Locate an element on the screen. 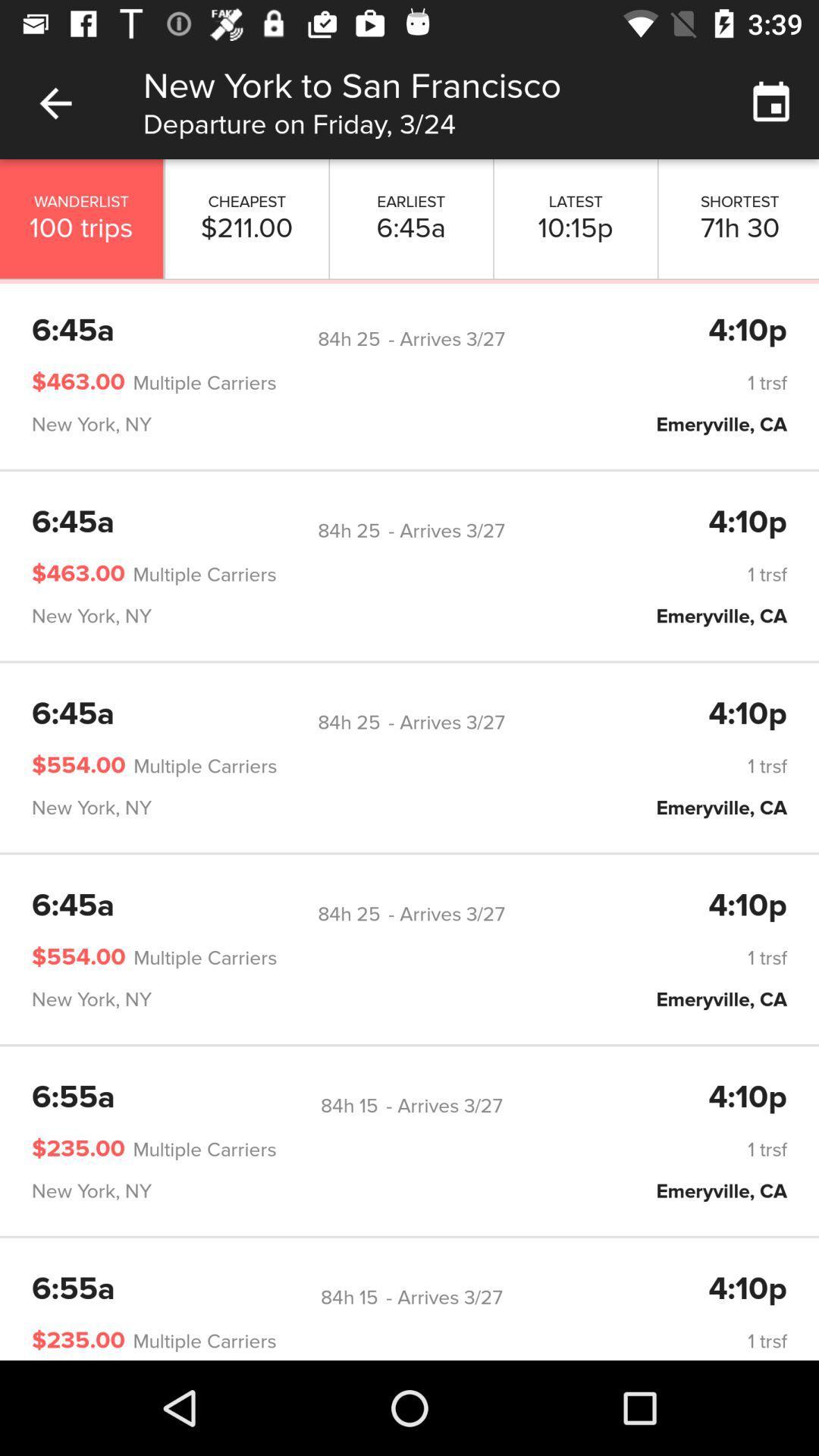  icon above the wanderlist item is located at coordinates (55, 102).